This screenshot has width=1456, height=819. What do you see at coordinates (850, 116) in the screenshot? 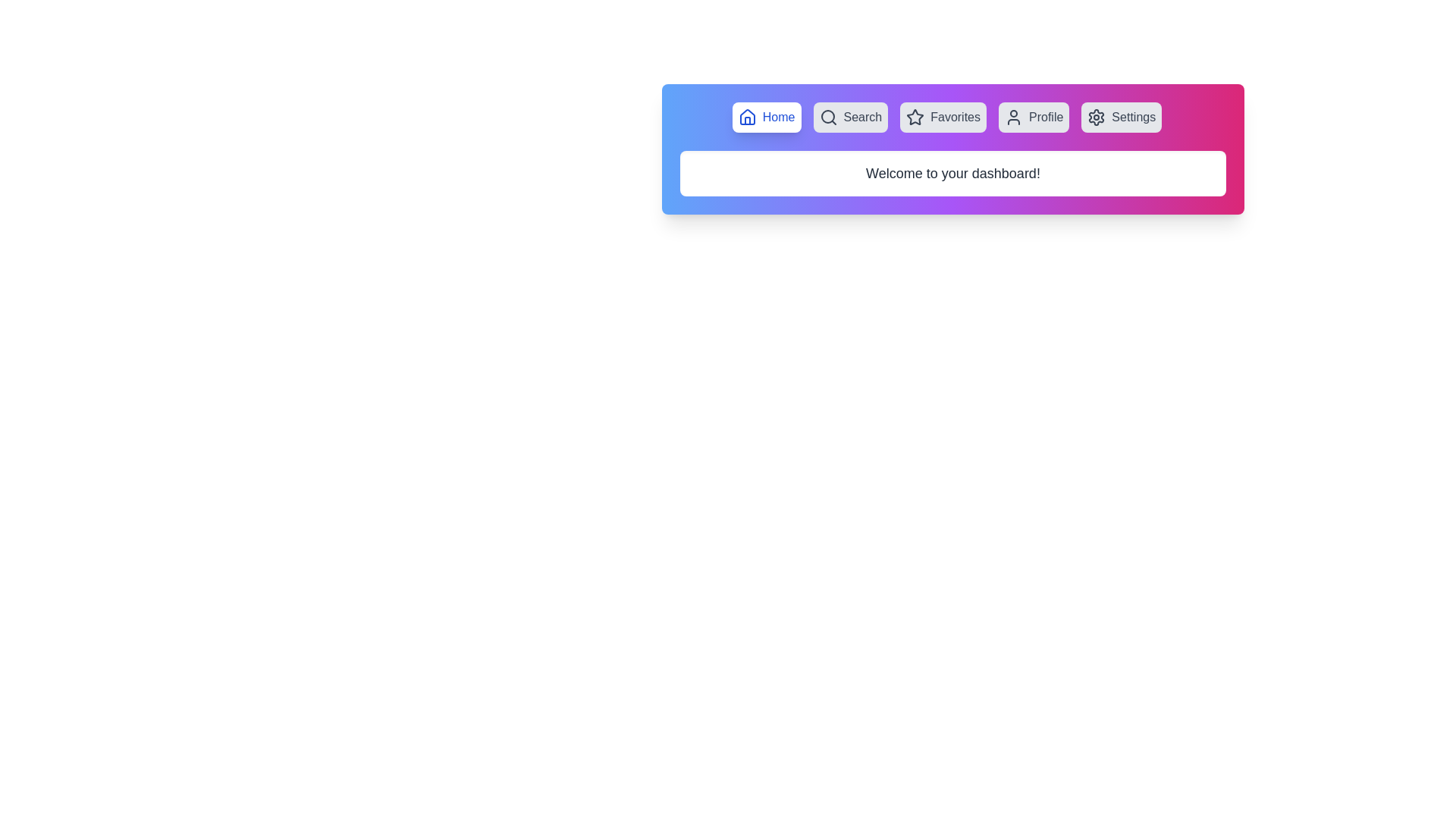
I see `the search feature trigger button, which is the second button from the left in the horizontal navigation bar, located between the 'Home' and 'Favorites' buttons` at bounding box center [850, 116].